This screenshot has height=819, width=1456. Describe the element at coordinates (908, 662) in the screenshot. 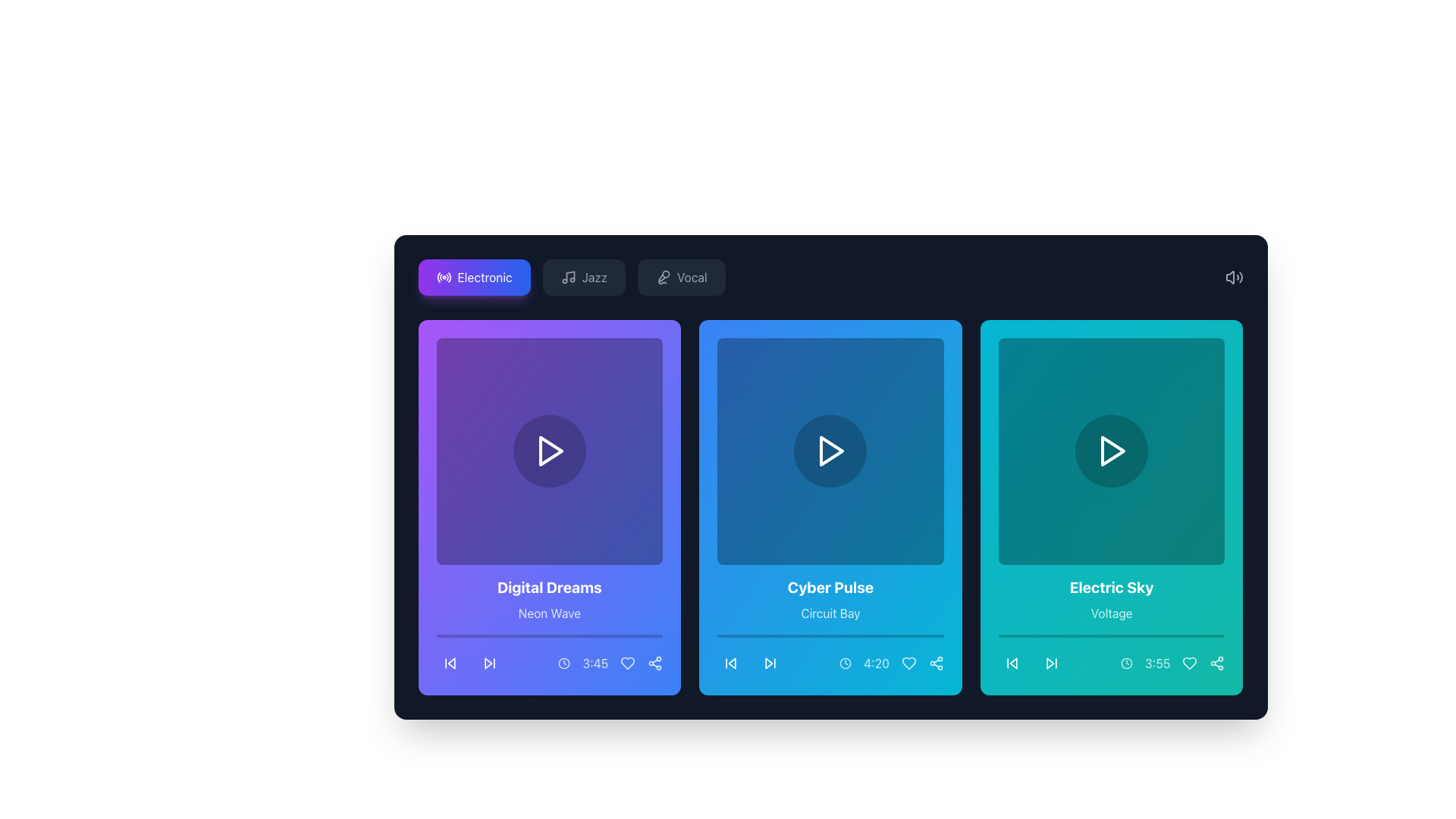

I see `the heart icon to like or mark the associated song 'Cyber Pulse' as a favorite` at that location.